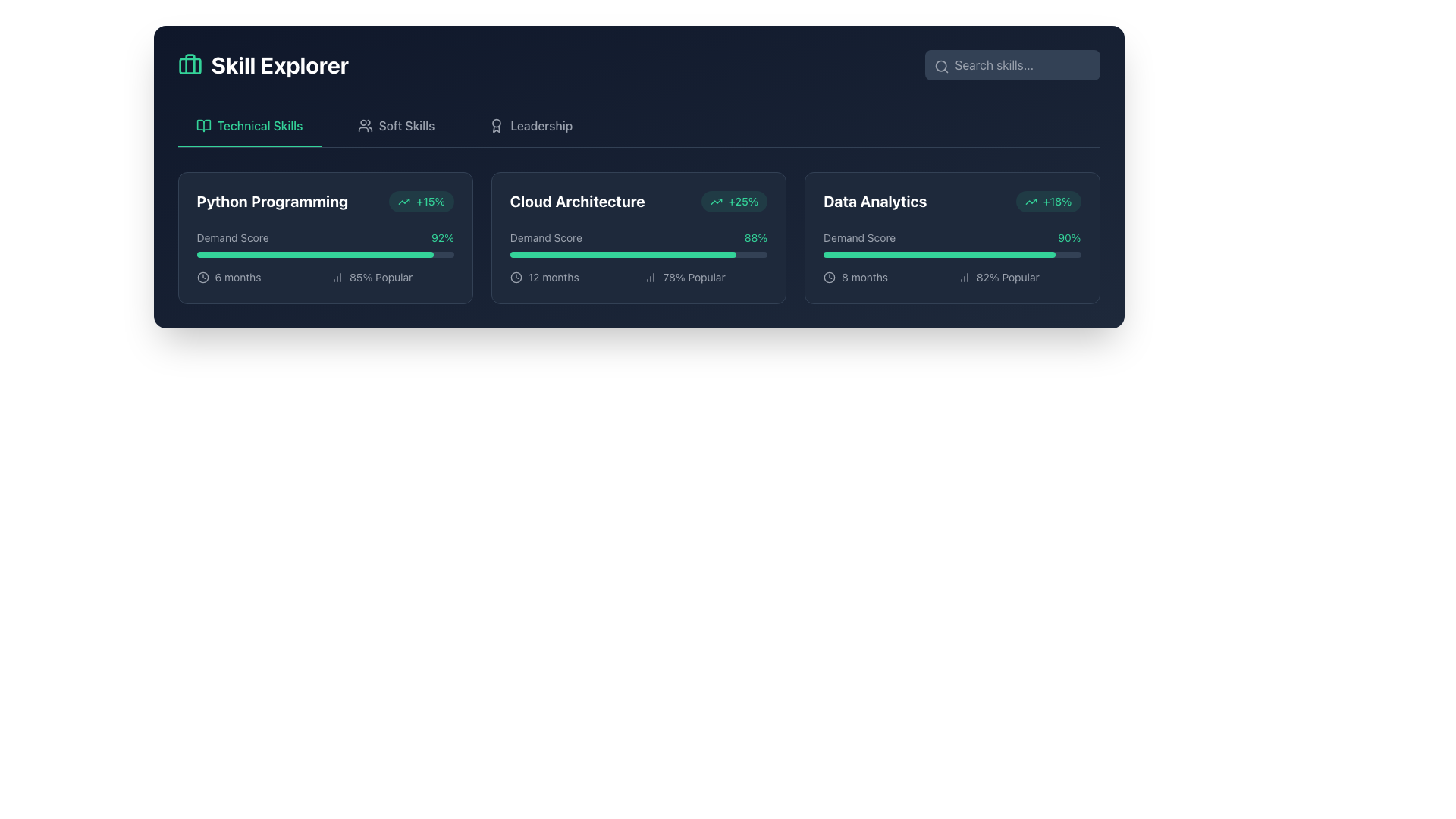 This screenshot has width=1456, height=819. Describe the element at coordinates (875, 201) in the screenshot. I see `the 'Data Analytics' label, which is displayed in bold, white font, located in the top section of the third card from the left` at that location.